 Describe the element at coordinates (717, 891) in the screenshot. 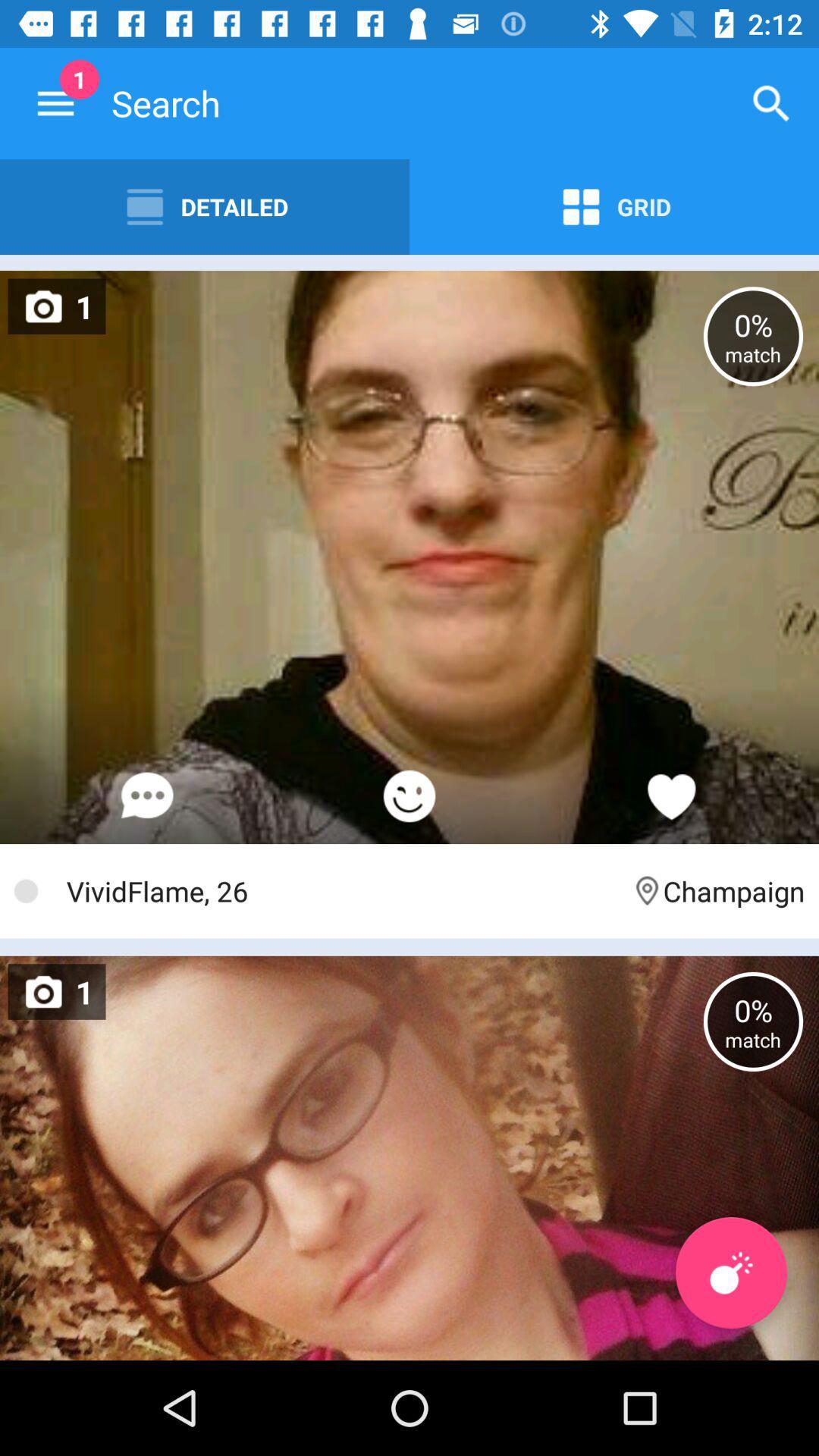

I see `item to the right of vividflame, 26` at that location.